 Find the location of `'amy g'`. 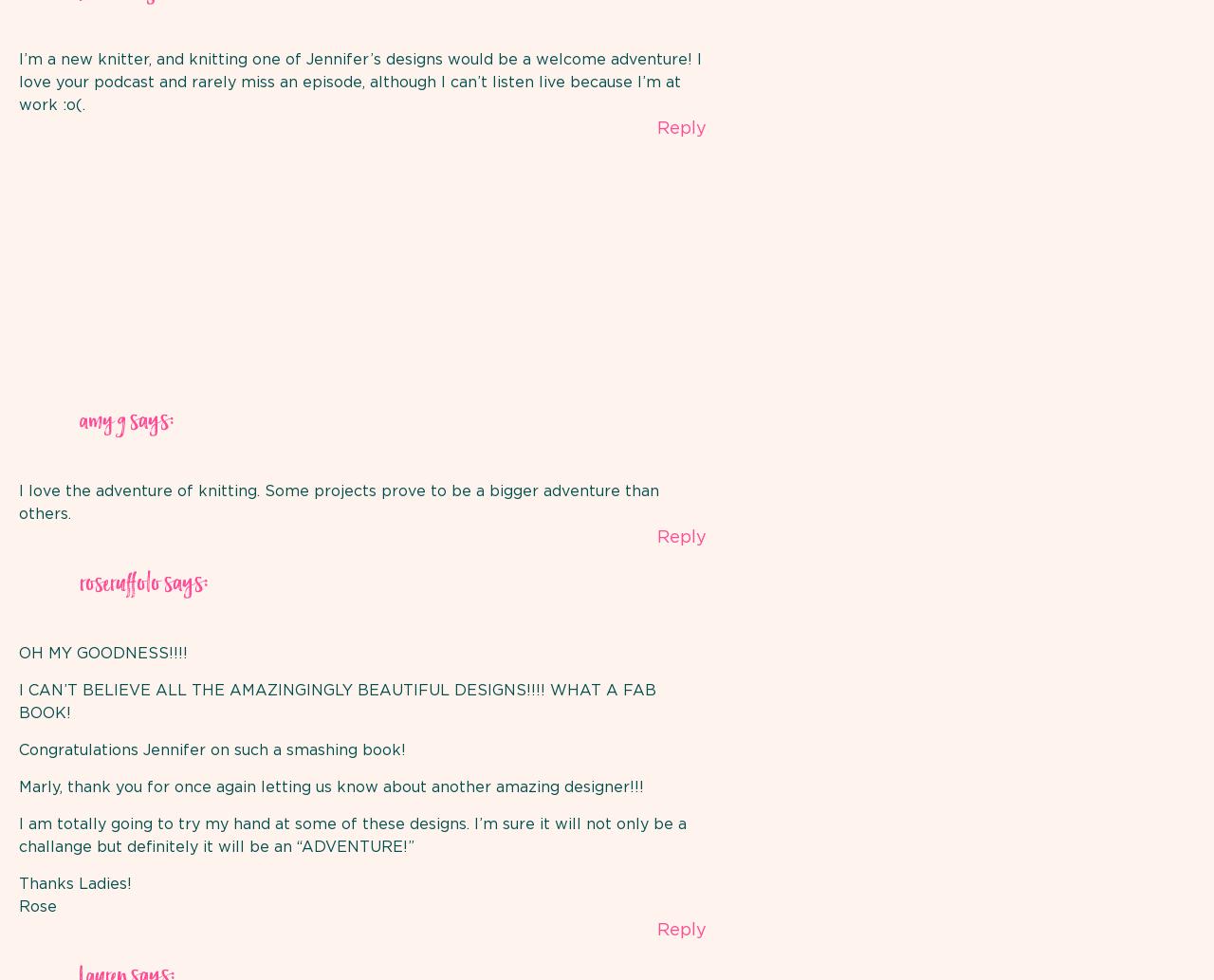

'amy g' is located at coordinates (101, 422).